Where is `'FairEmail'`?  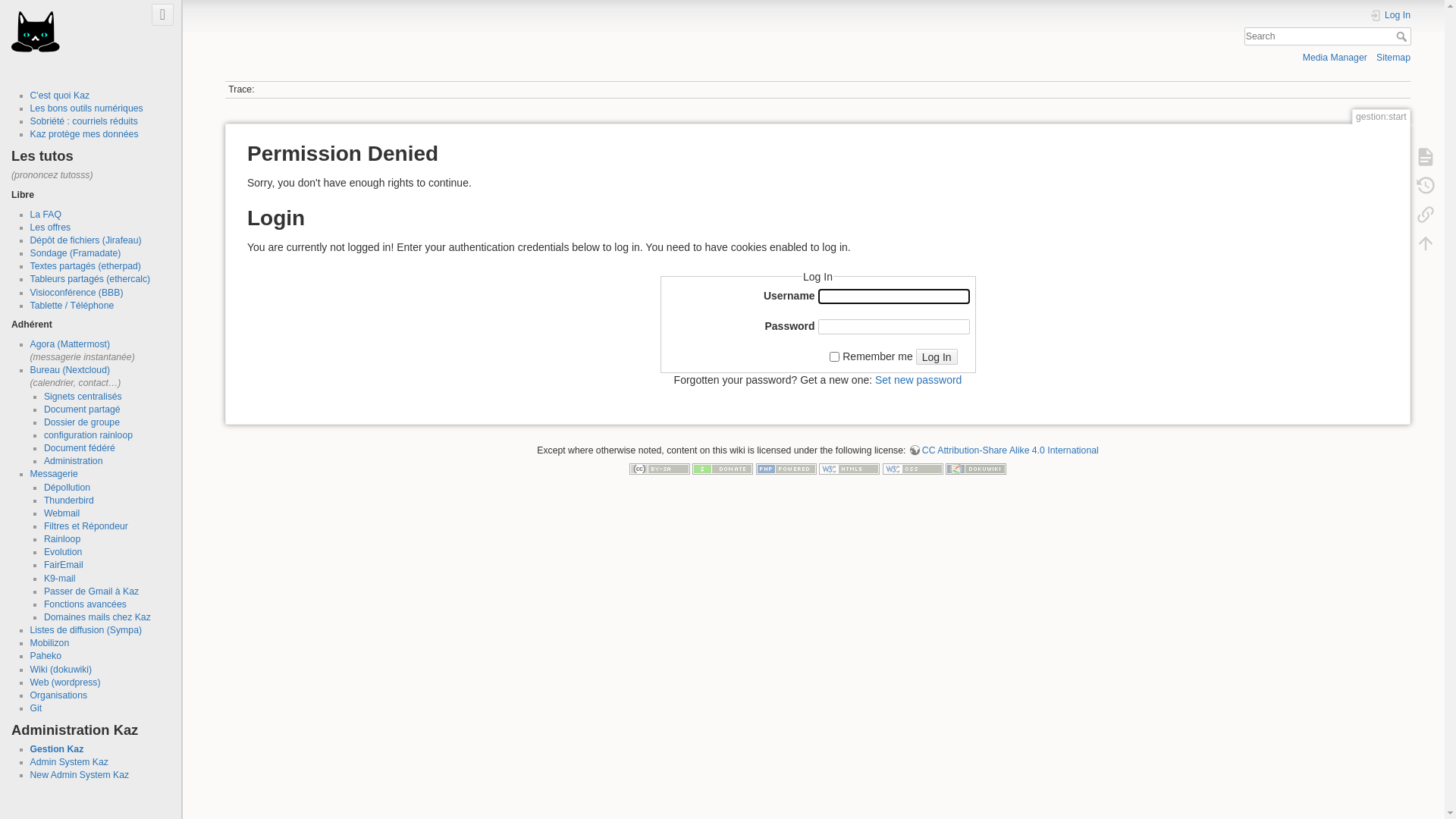
'FairEmail' is located at coordinates (62, 564).